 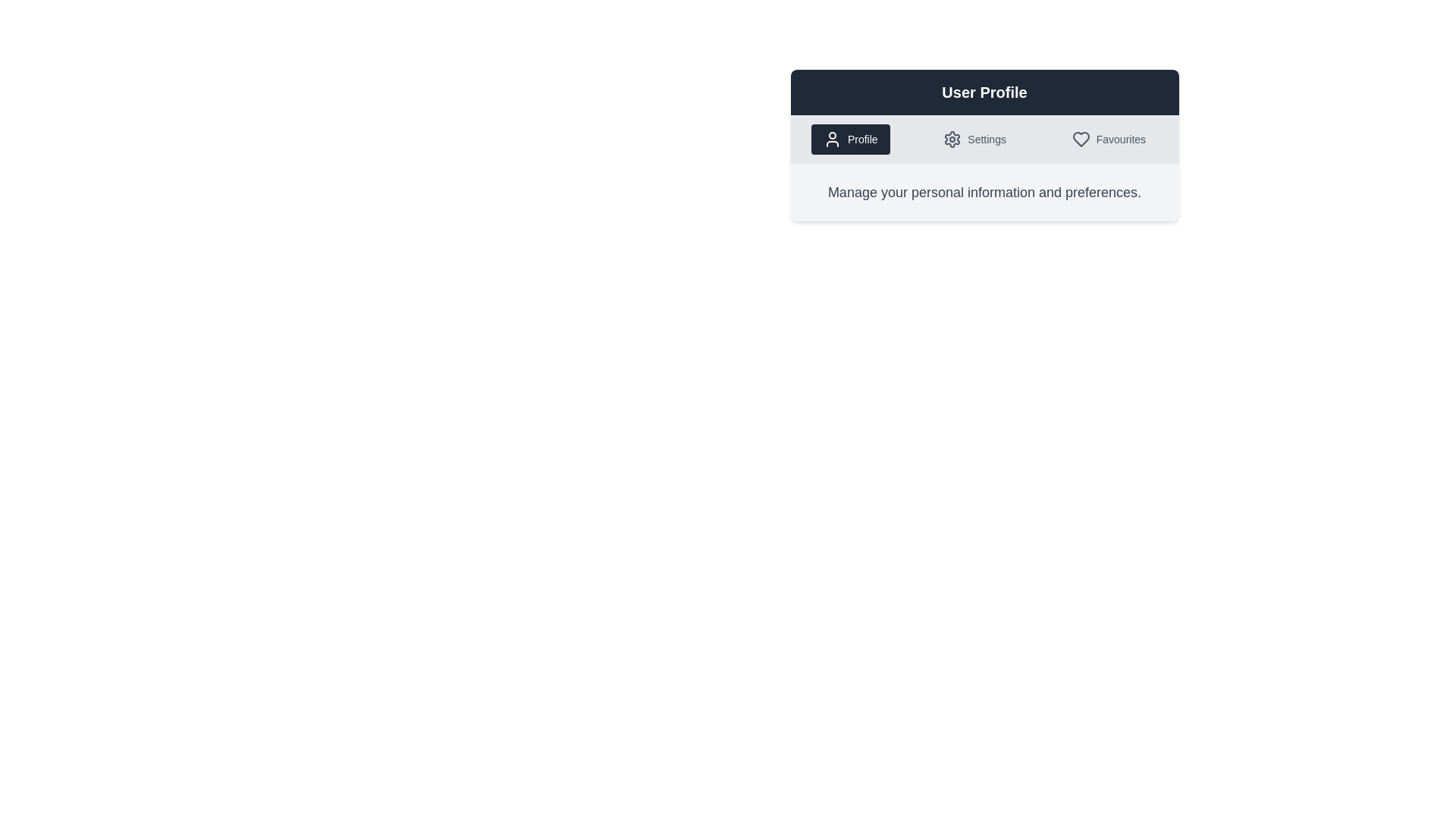 I want to click on the tab labeled Profile to highlight it, so click(x=850, y=140).